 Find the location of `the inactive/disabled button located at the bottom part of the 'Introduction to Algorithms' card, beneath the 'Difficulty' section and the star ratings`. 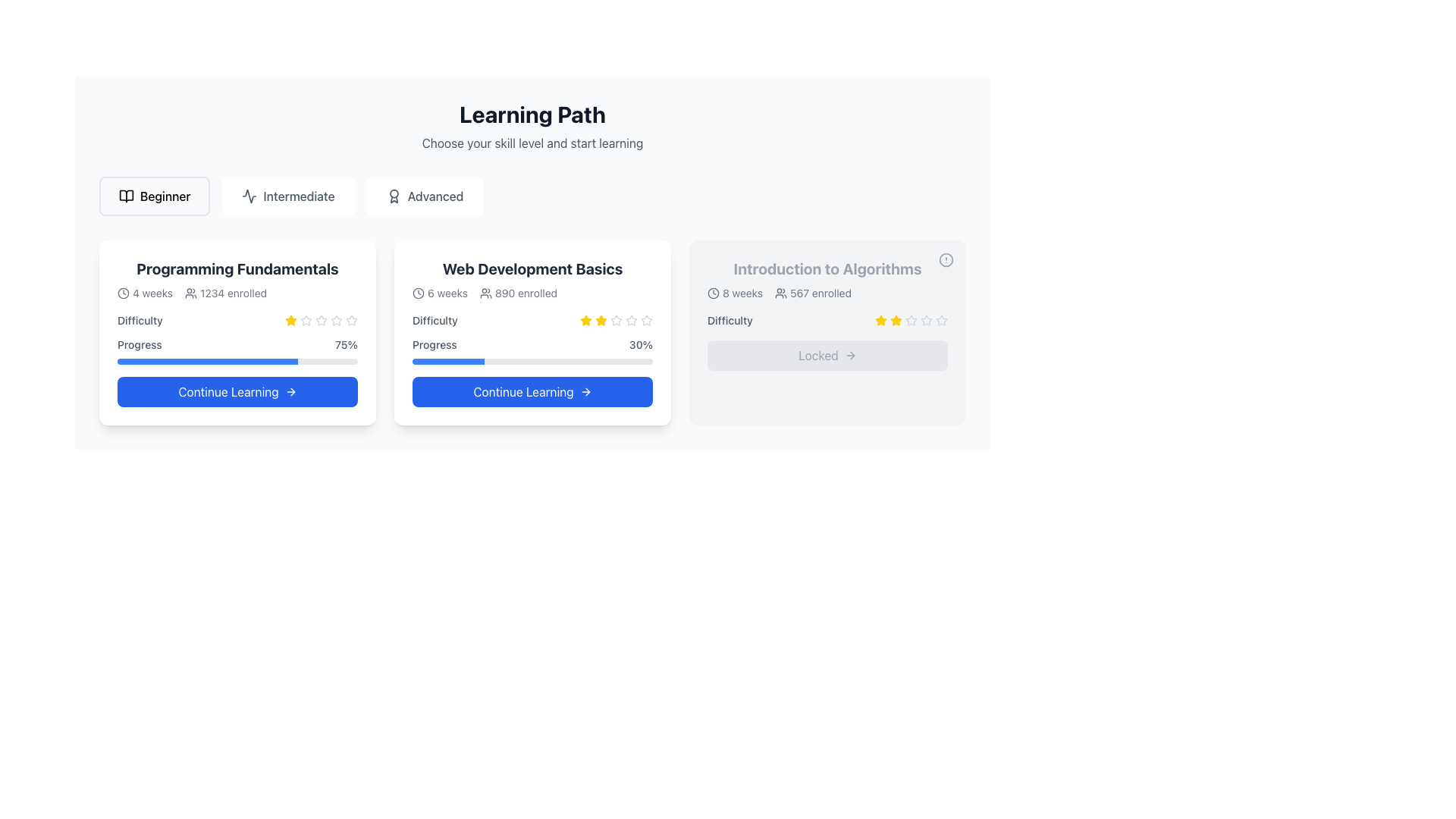

the inactive/disabled button located at the bottom part of the 'Introduction to Algorithms' card, beneath the 'Difficulty' section and the star ratings is located at coordinates (827, 356).